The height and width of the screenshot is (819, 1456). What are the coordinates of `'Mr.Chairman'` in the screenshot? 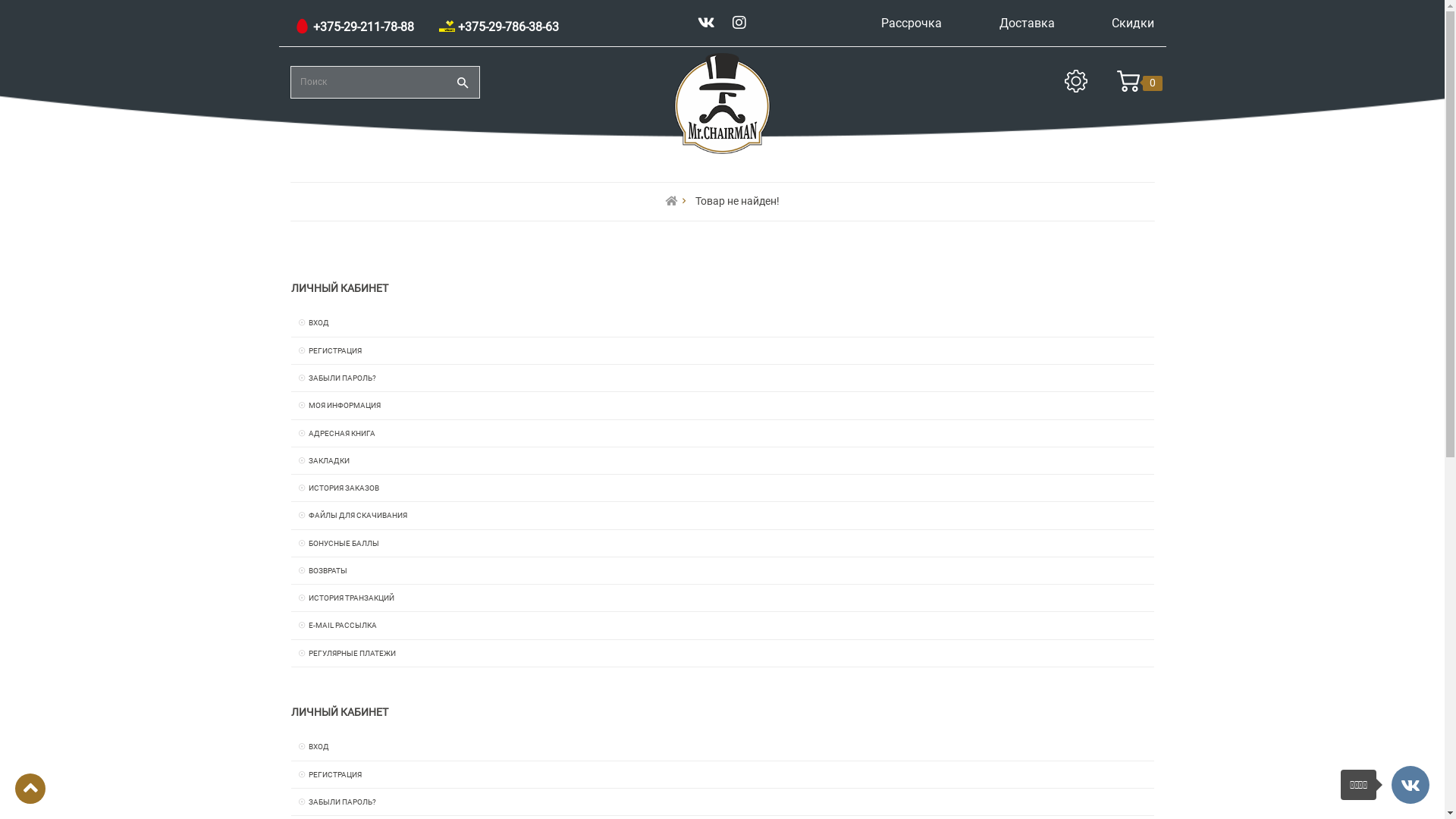 It's located at (671, 102).